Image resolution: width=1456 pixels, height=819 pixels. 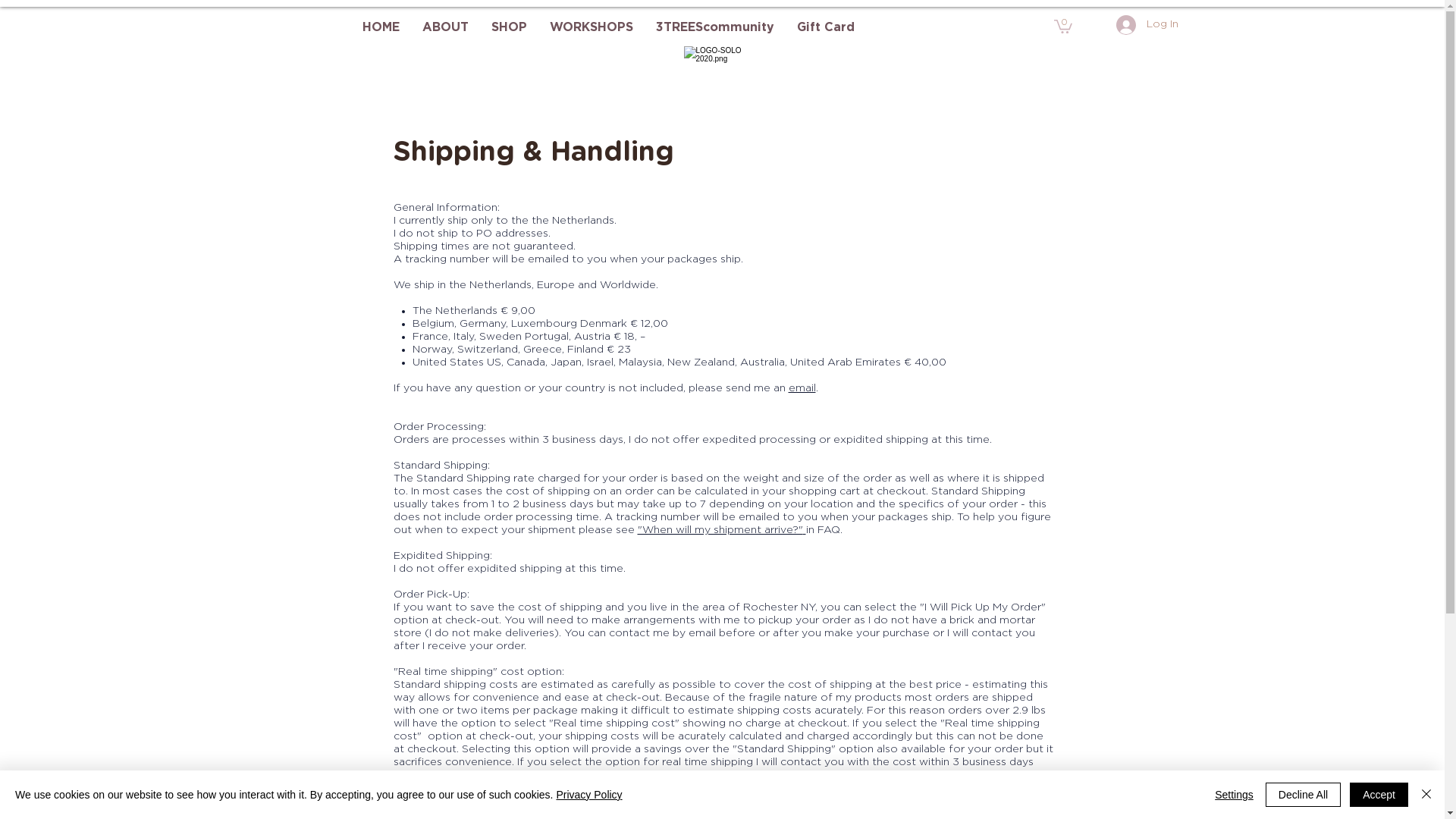 What do you see at coordinates (714, 27) in the screenshot?
I see `'3TREEScommunity'` at bounding box center [714, 27].